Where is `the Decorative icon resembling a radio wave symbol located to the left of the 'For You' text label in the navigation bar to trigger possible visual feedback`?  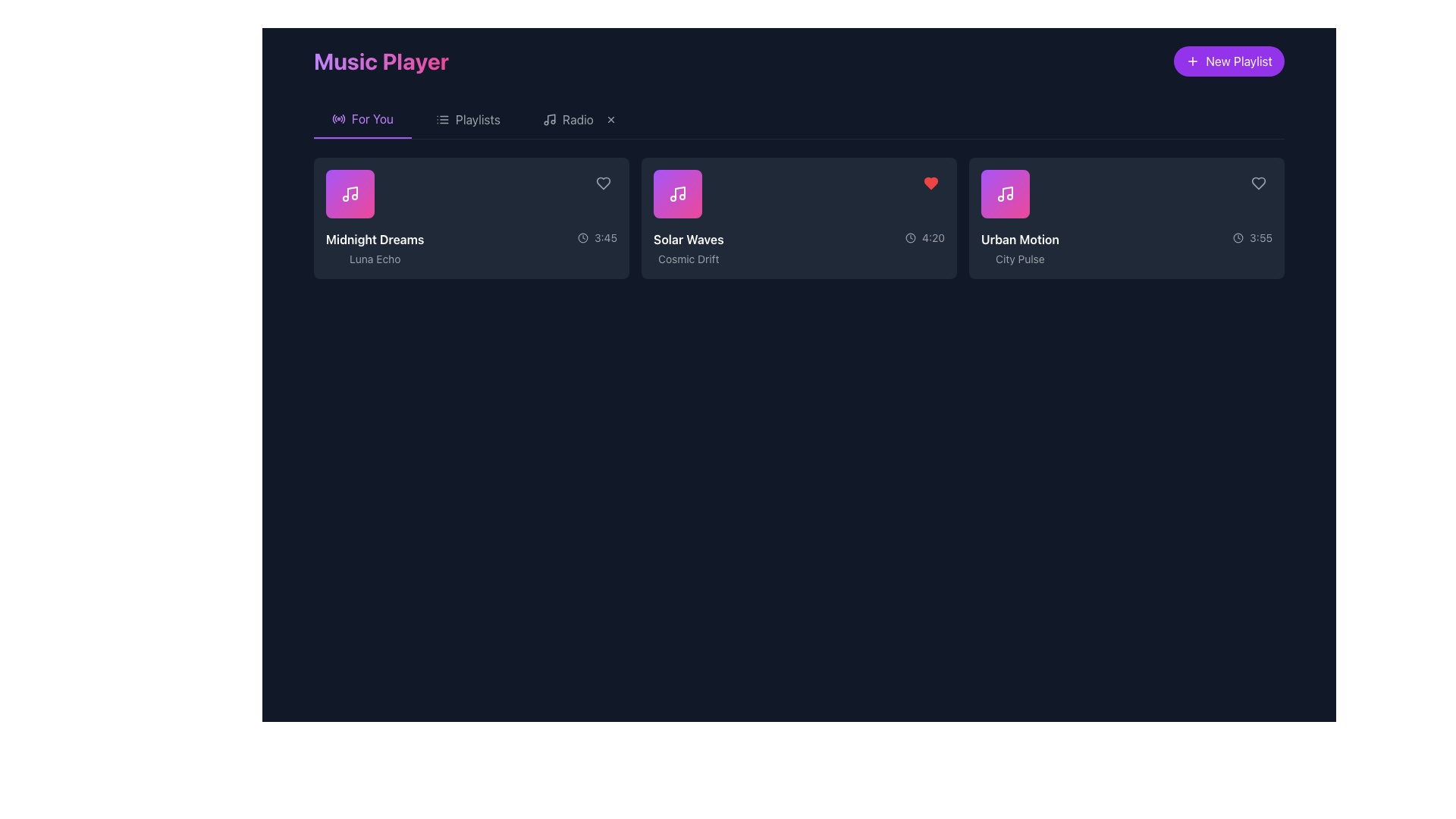
the Decorative icon resembling a radio wave symbol located to the left of the 'For You' text label in the navigation bar to trigger possible visual feedback is located at coordinates (337, 118).